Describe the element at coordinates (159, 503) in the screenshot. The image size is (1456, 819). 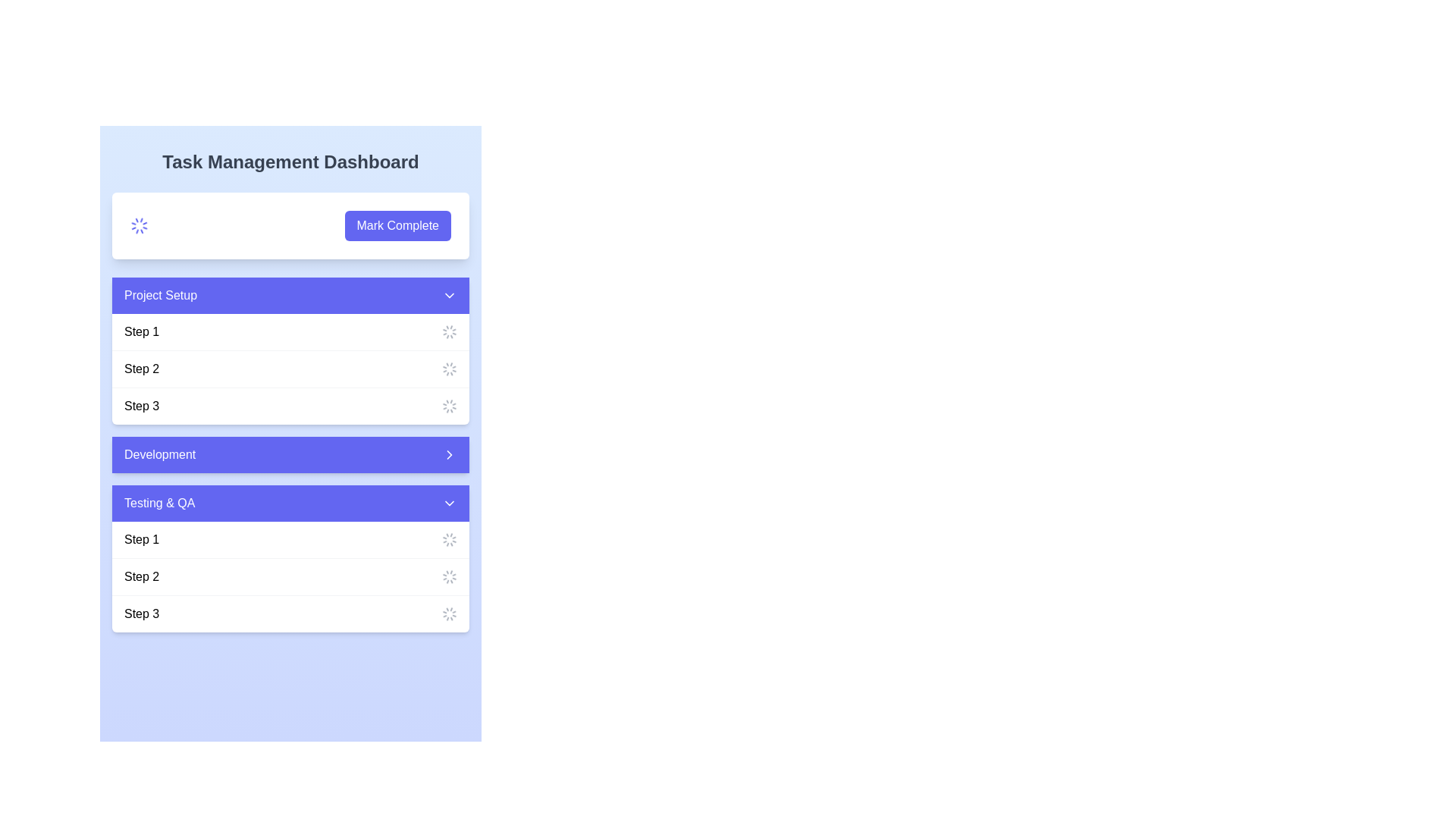
I see `the static text label for 'Testing & QA', which is part of the collapsible menu under 'Development' in the left pane` at that location.